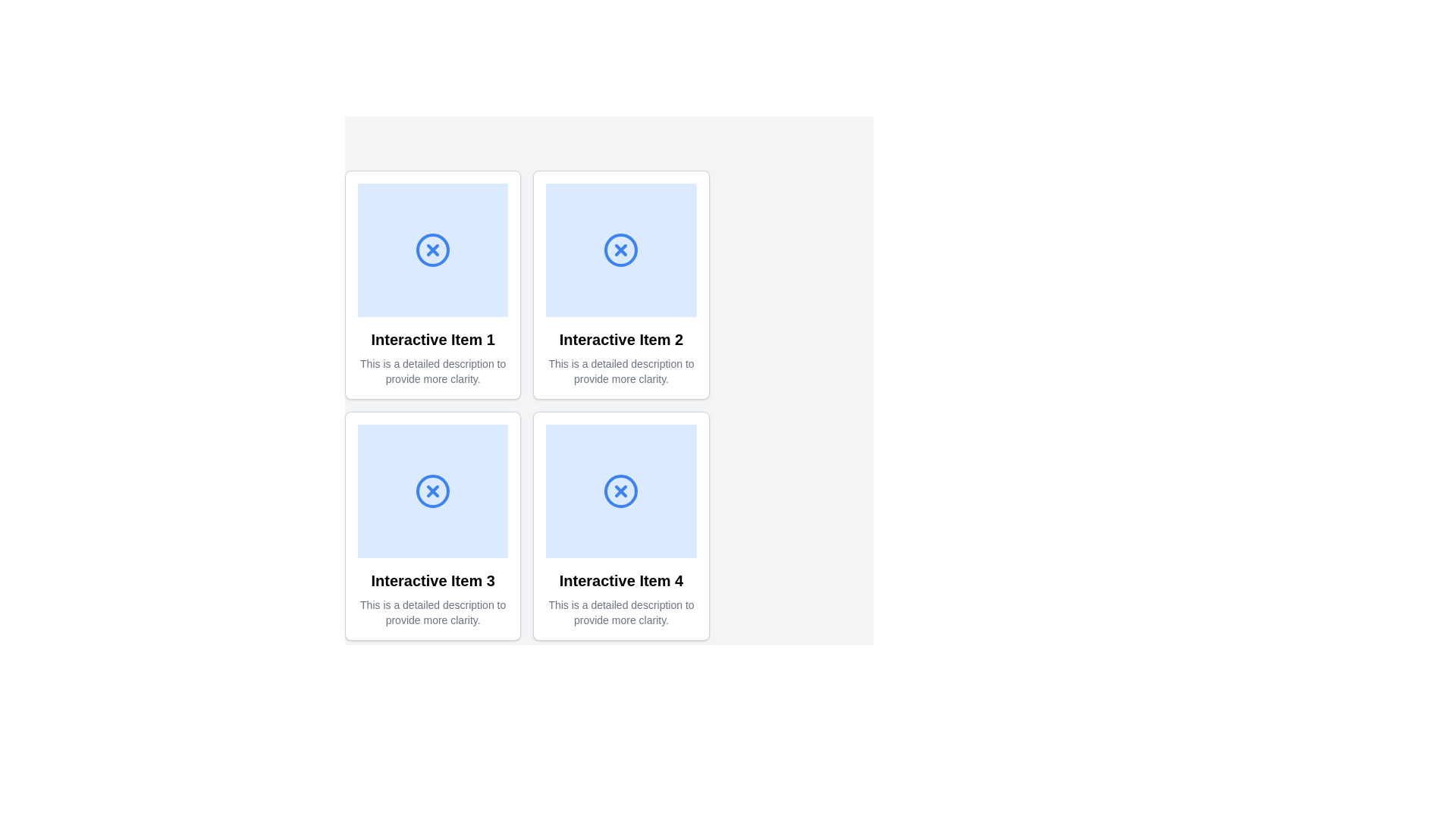 This screenshot has height=819, width=1456. What do you see at coordinates (432, 249) in the screenshot?
I see `the circular icon with an 'X' symbol, which is the first item in a 2x2 grid labeled 'Interactive Item 1'` at bounding box center [432, 249].